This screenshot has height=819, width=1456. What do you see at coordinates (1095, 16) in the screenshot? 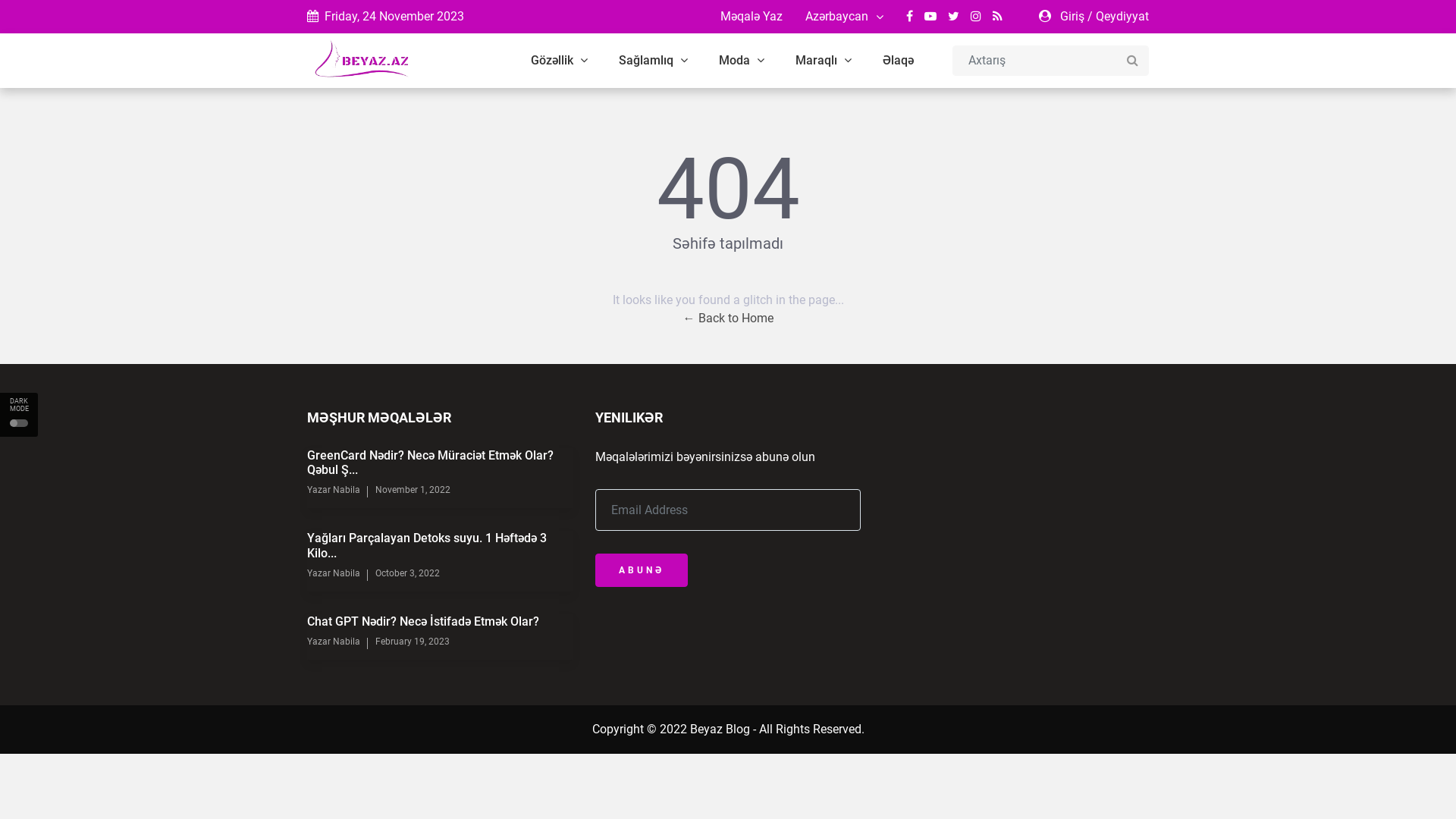
I see `'Qeydiyyat'` at bounding box center [1095, 16].